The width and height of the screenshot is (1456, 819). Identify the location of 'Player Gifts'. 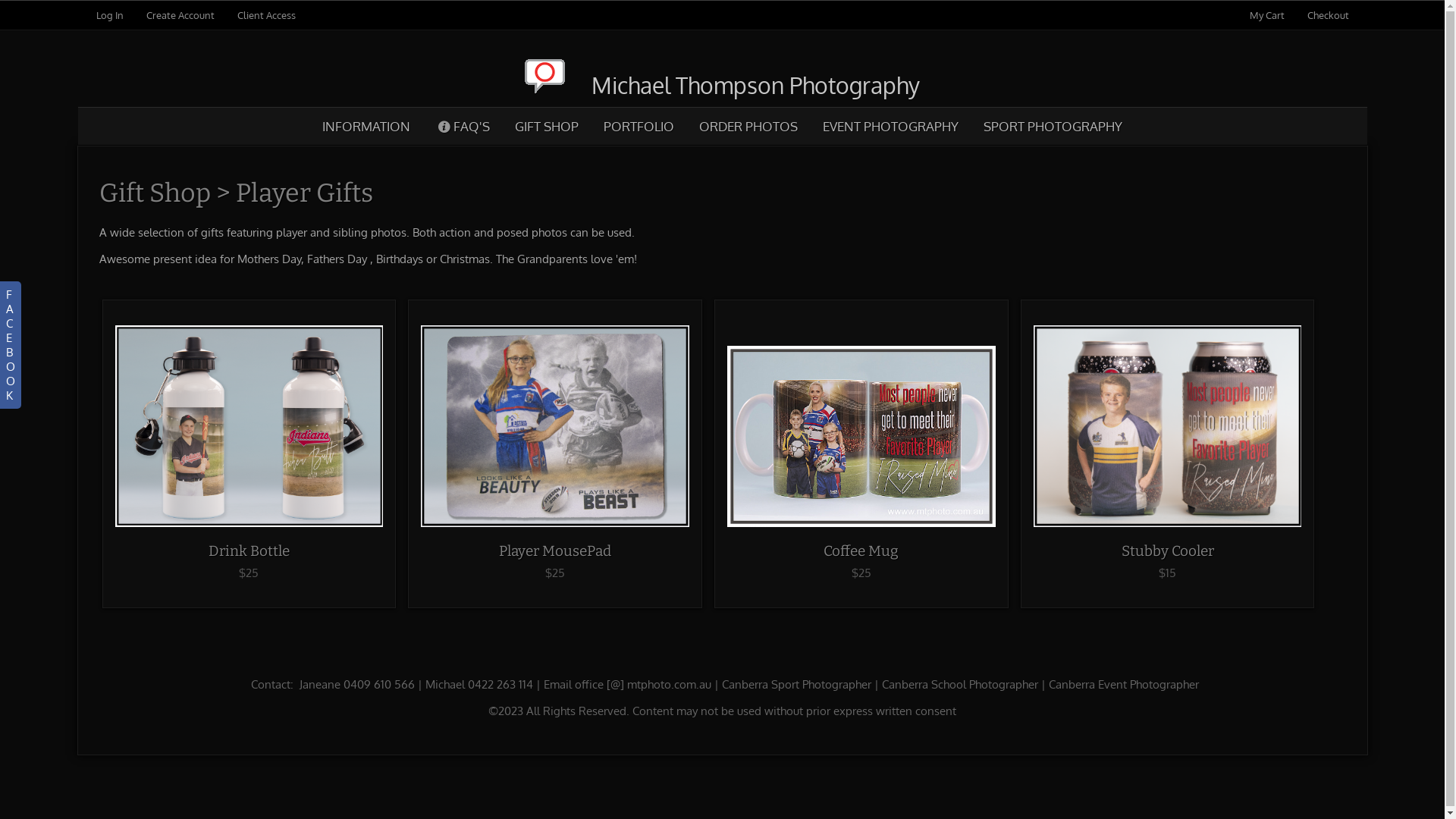
(303, 192).